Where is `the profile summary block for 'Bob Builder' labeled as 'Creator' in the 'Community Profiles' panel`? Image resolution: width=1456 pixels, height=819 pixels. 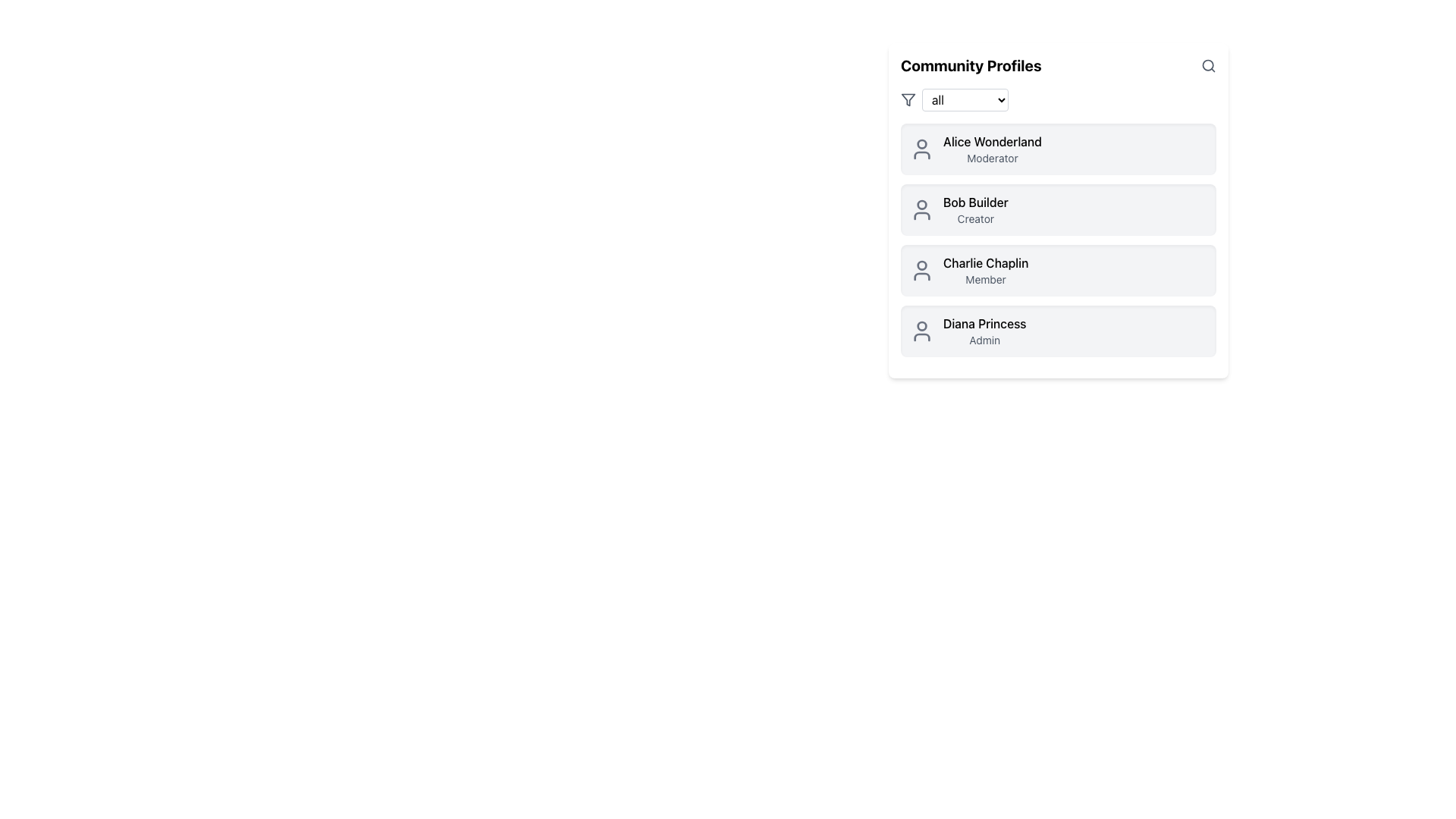 the profile summary block for 'Bob Builder' labeled as 'Creator' in the 'Community Profiles' panel is located at coordinates (1058, 210).